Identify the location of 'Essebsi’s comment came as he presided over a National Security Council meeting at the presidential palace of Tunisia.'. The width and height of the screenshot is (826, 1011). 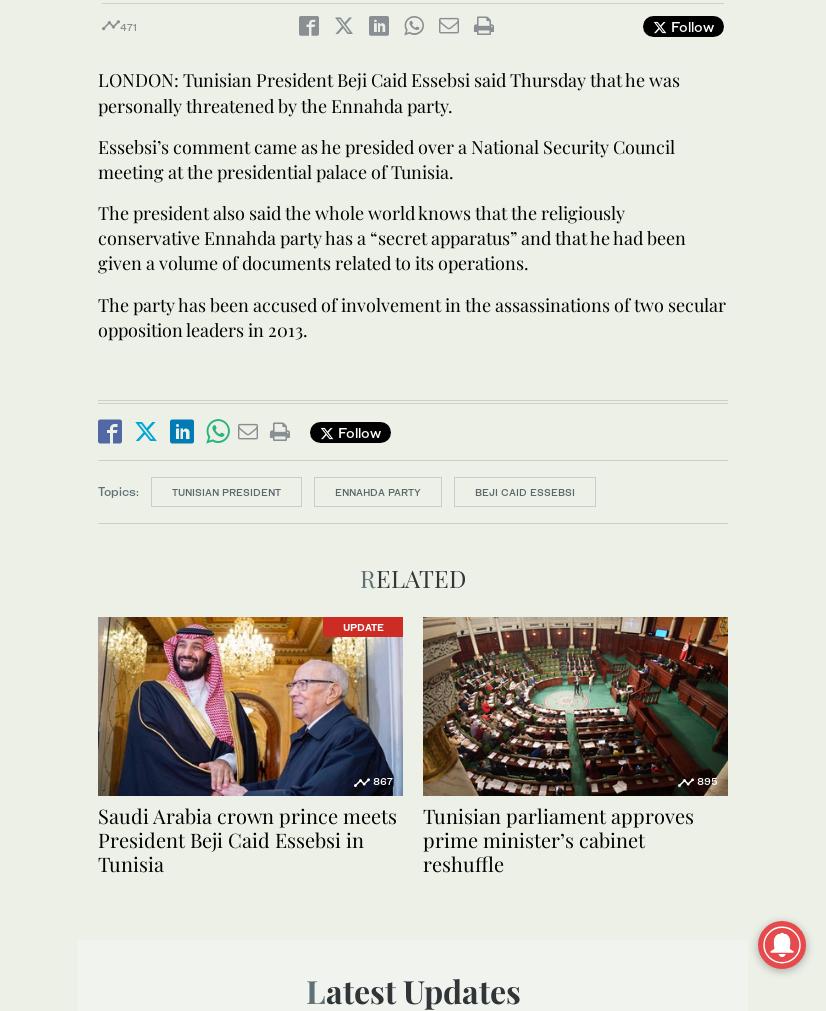
(96, 157).